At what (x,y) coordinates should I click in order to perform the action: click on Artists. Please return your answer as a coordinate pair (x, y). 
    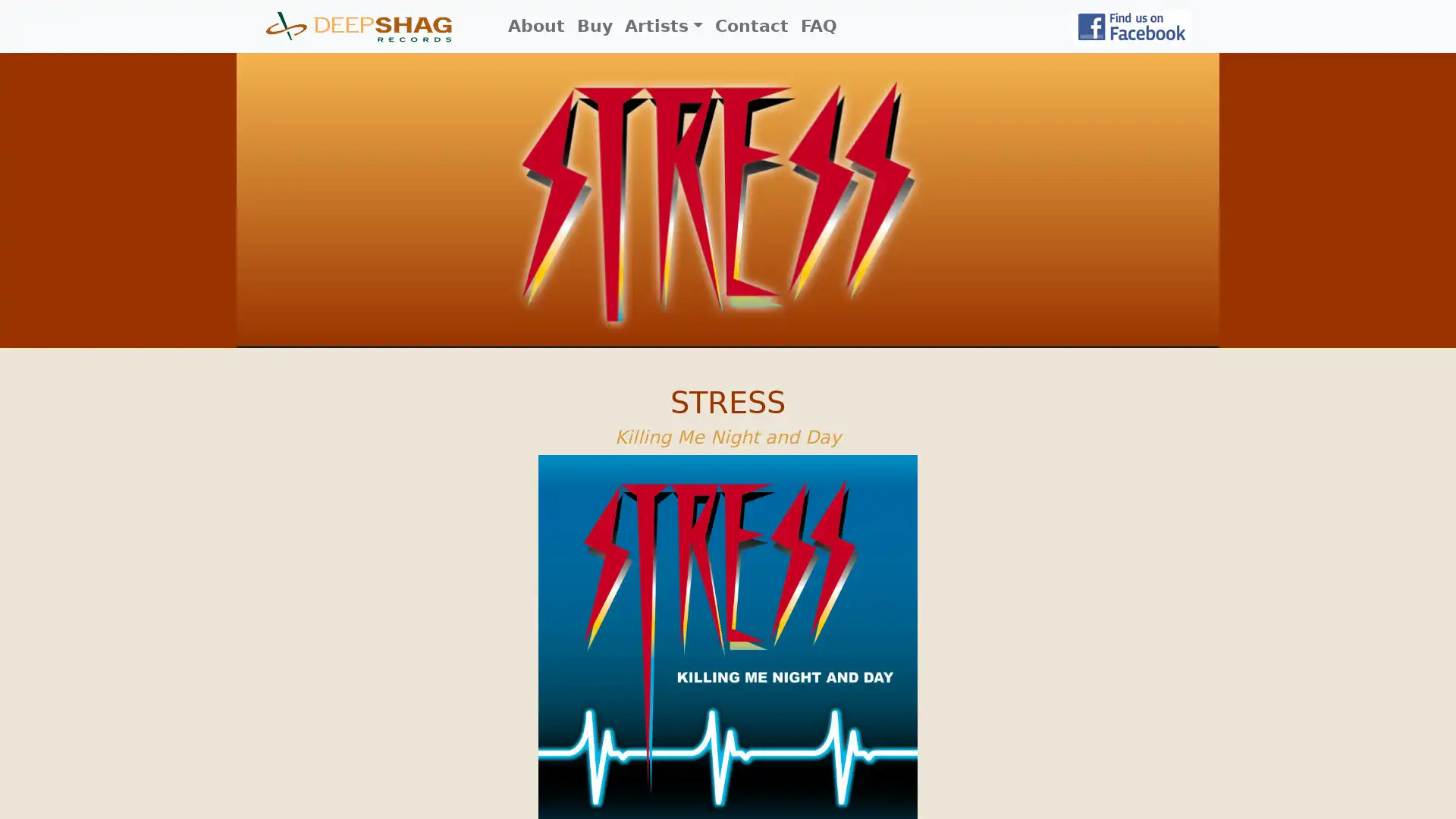
    Looking at the image, I should click on (663, 26).